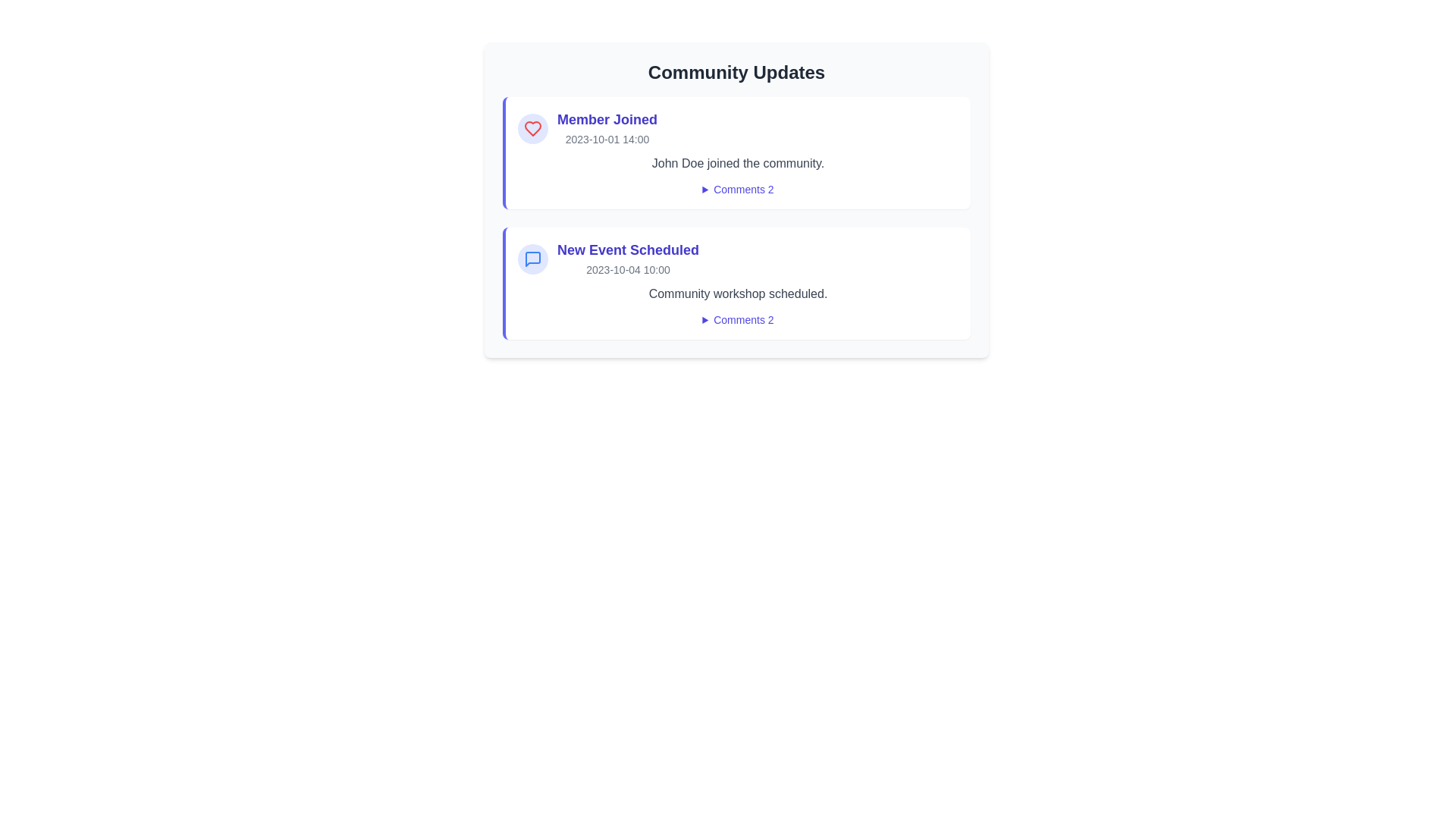 The height and width of the screenshot is (819, 1456). Describe the element at coordinates (738, 164) in the screenshot. I see `the static text label that reads 'John Doe joined the community.' located in the first card under the 'Community Updates' section` at that location.